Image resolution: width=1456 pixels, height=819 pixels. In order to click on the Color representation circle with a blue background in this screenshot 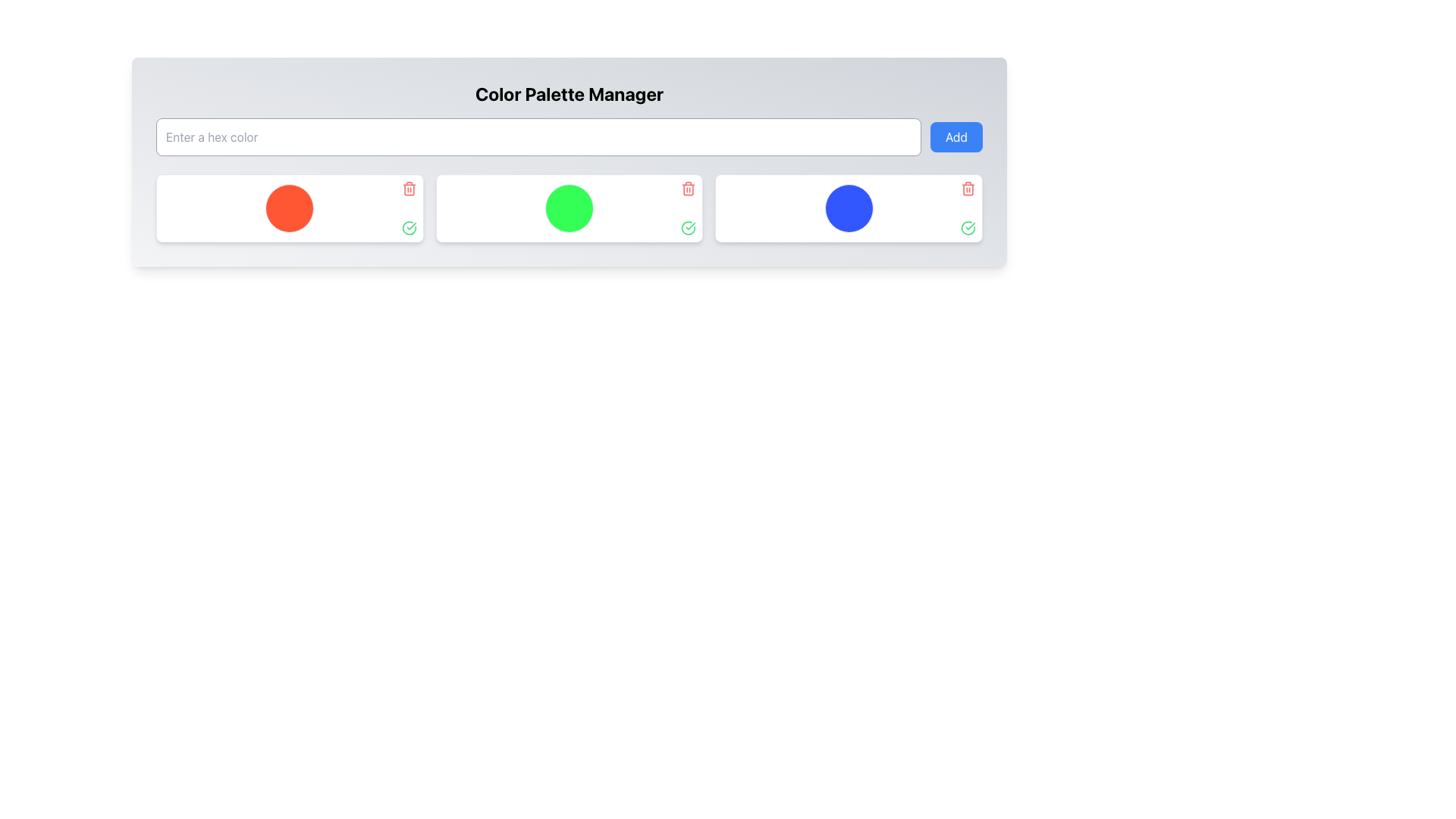, I will do `click(848, 208)`.